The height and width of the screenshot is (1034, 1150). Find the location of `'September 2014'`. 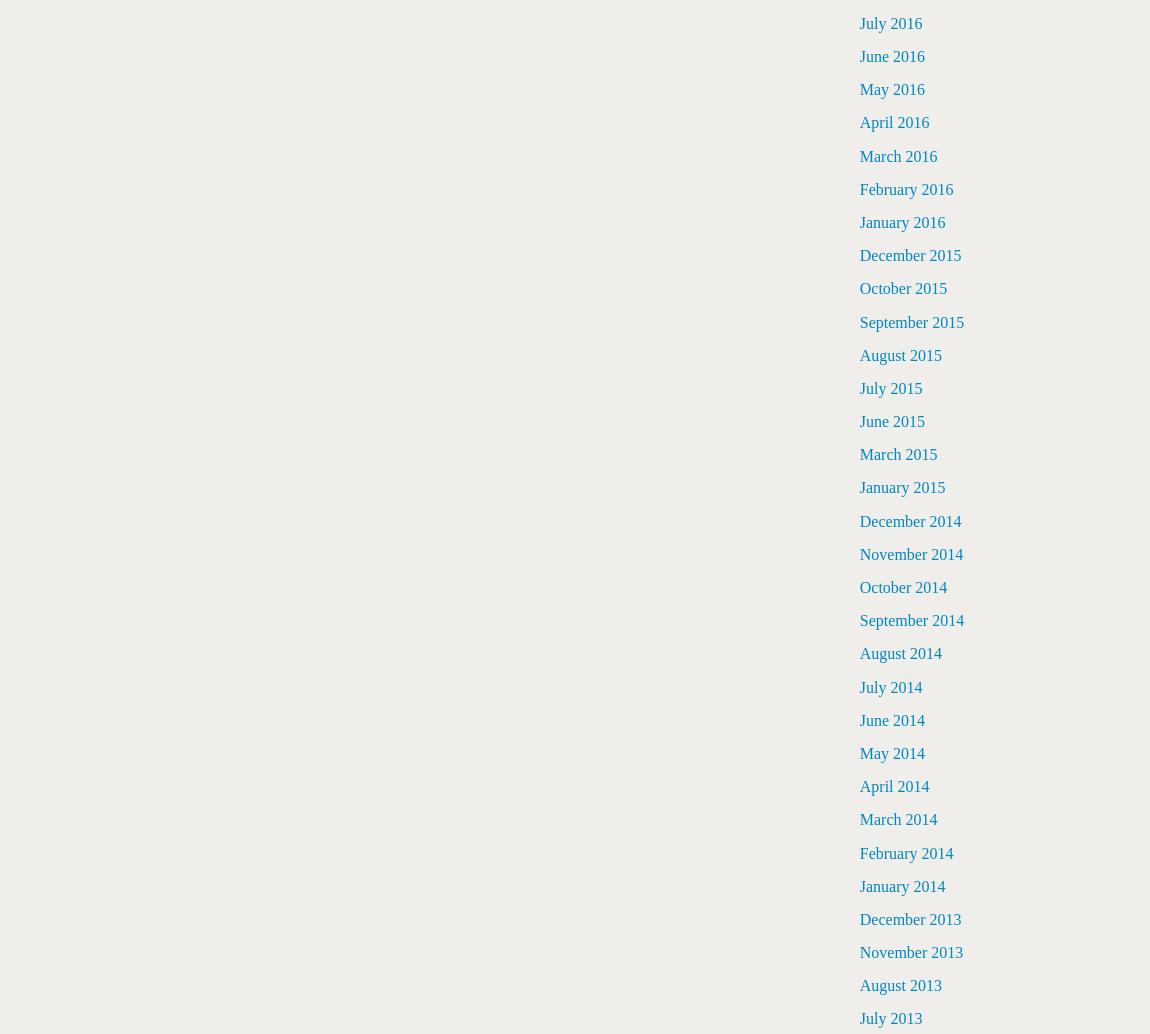

'September 2014' is located at coordinates (911, 620).